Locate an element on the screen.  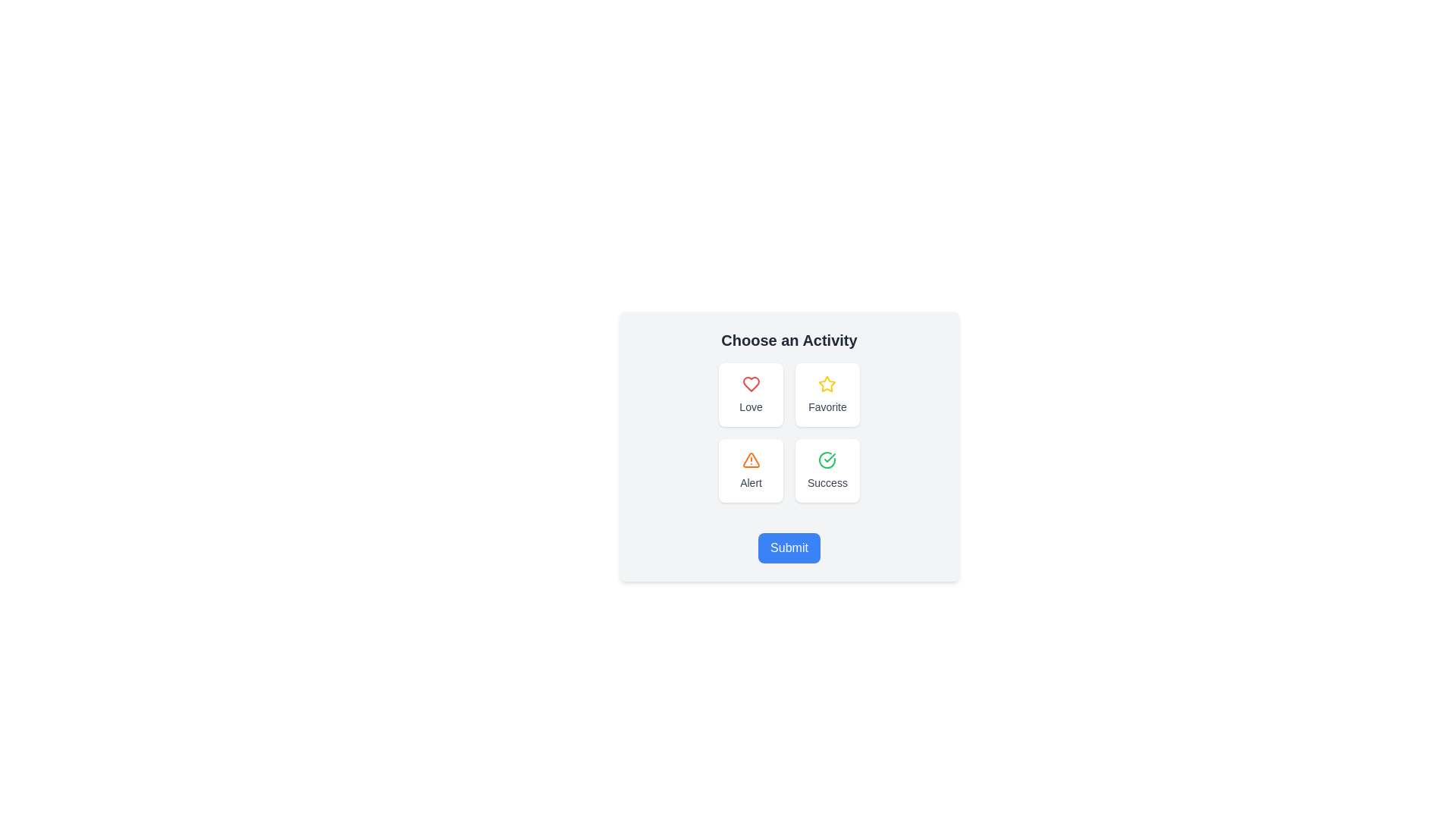
the checkmark within the green circular icon labeled 'Success' located in the lower-right of the grid under 'Choose an Activity' is located at coordinates (829, 457).